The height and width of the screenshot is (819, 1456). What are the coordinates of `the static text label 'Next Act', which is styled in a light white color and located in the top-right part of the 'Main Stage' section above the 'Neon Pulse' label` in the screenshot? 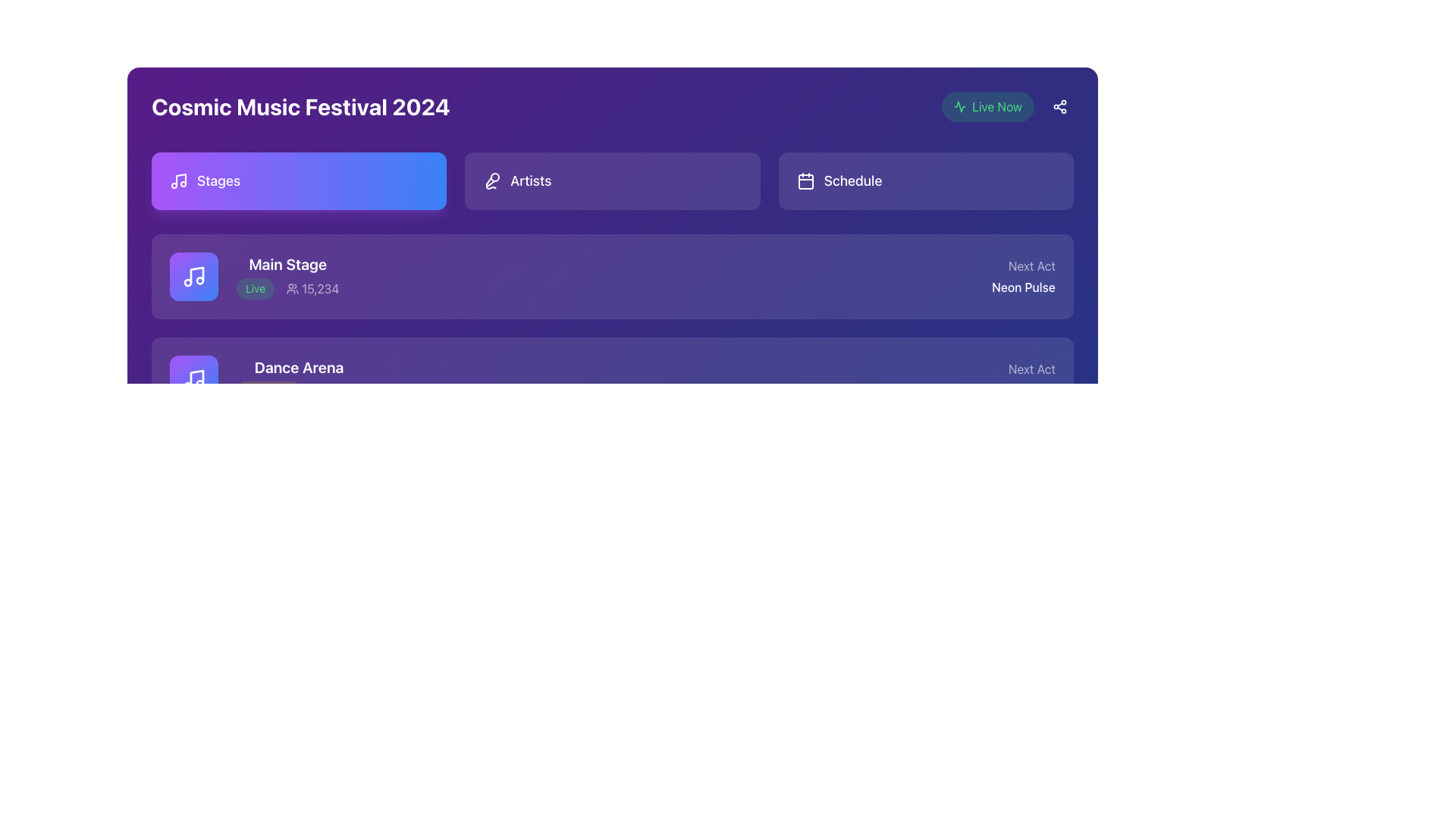 It's located at (1024, 265).